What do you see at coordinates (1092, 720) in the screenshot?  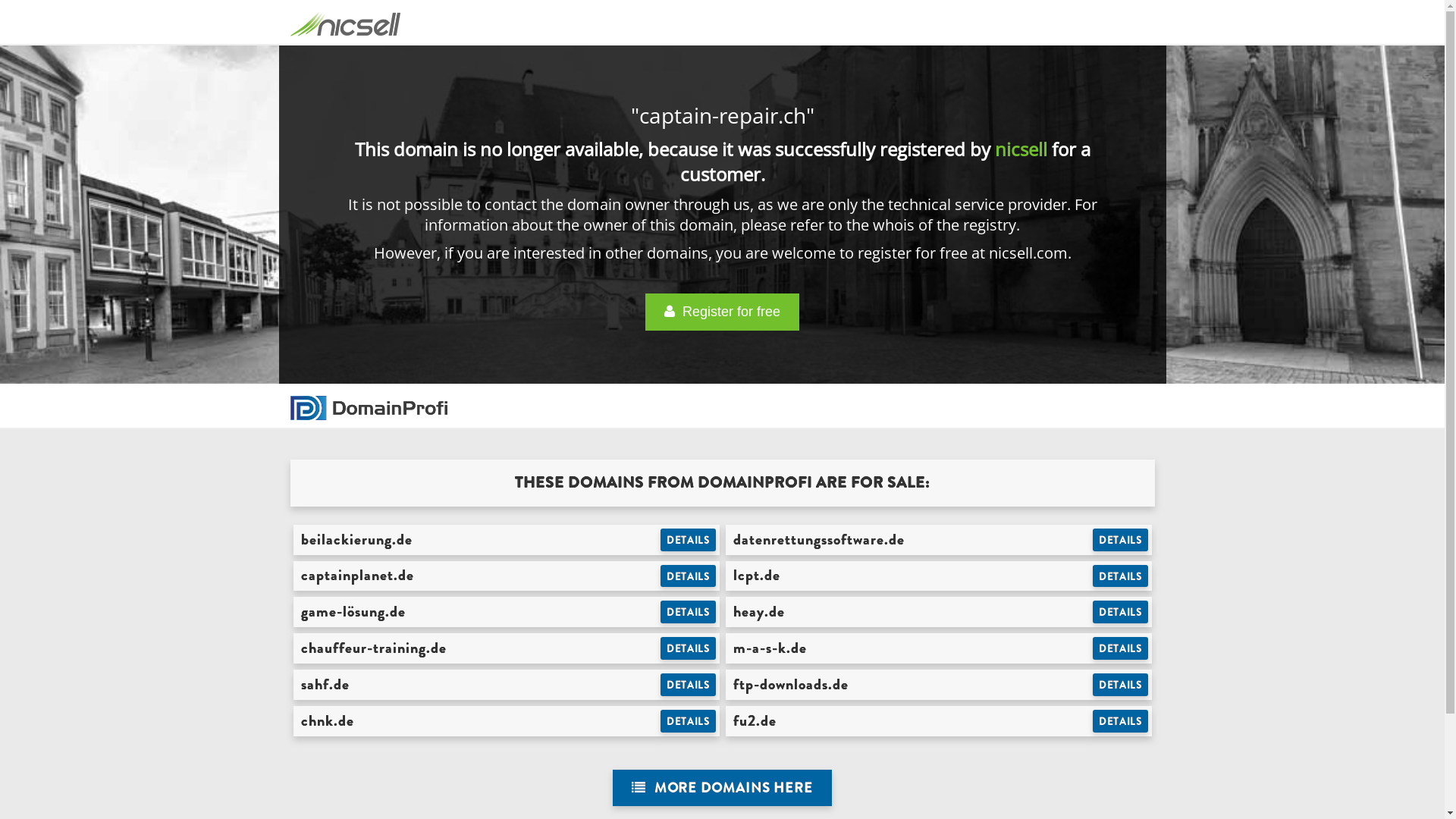 I see `'DETAILS'` at bounding box center [1092, 720].